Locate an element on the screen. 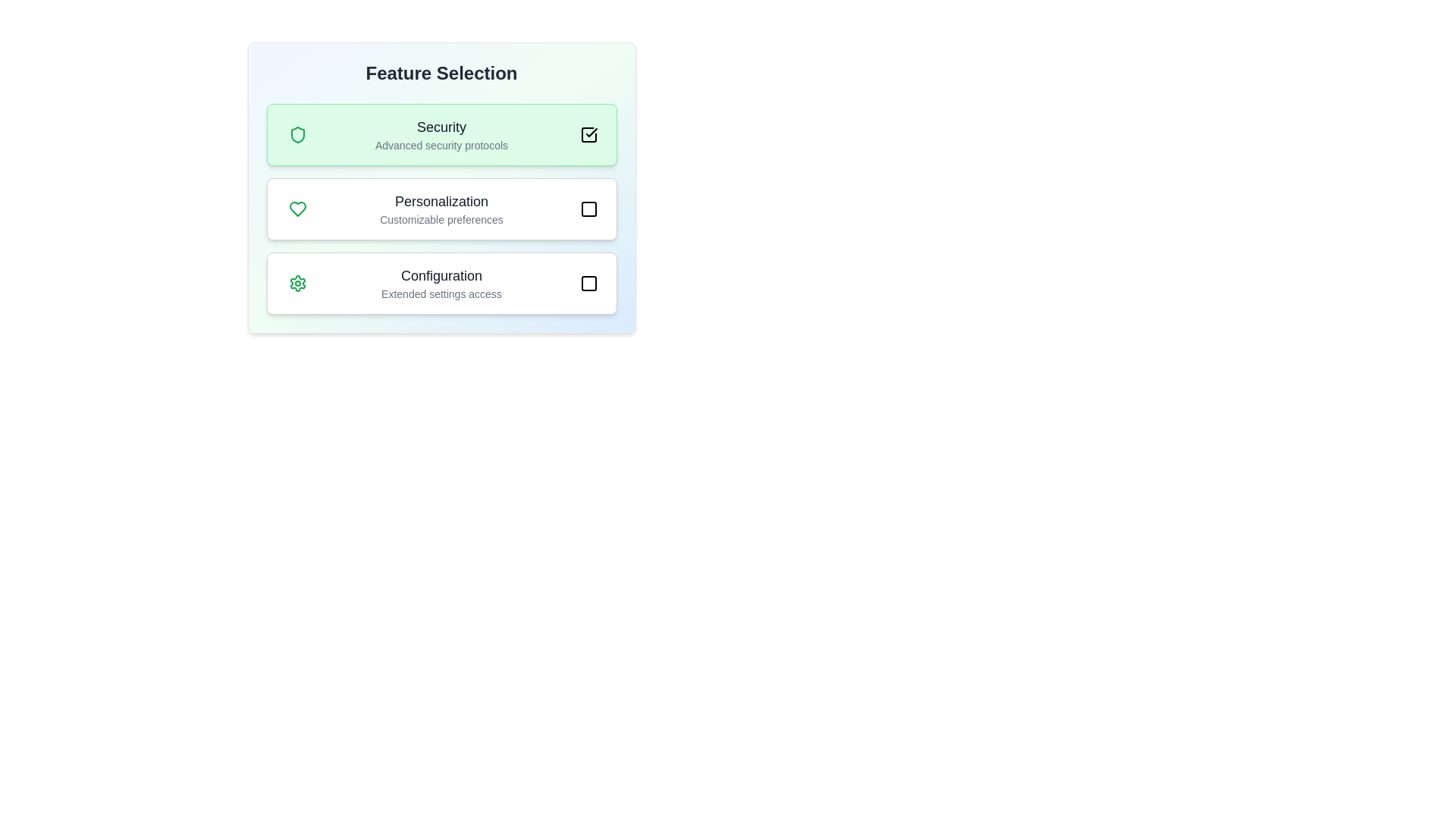  the checkbox located in the 'Personalization' section next to the 'Customizable preferences' text is located at coordinates (588, 209).